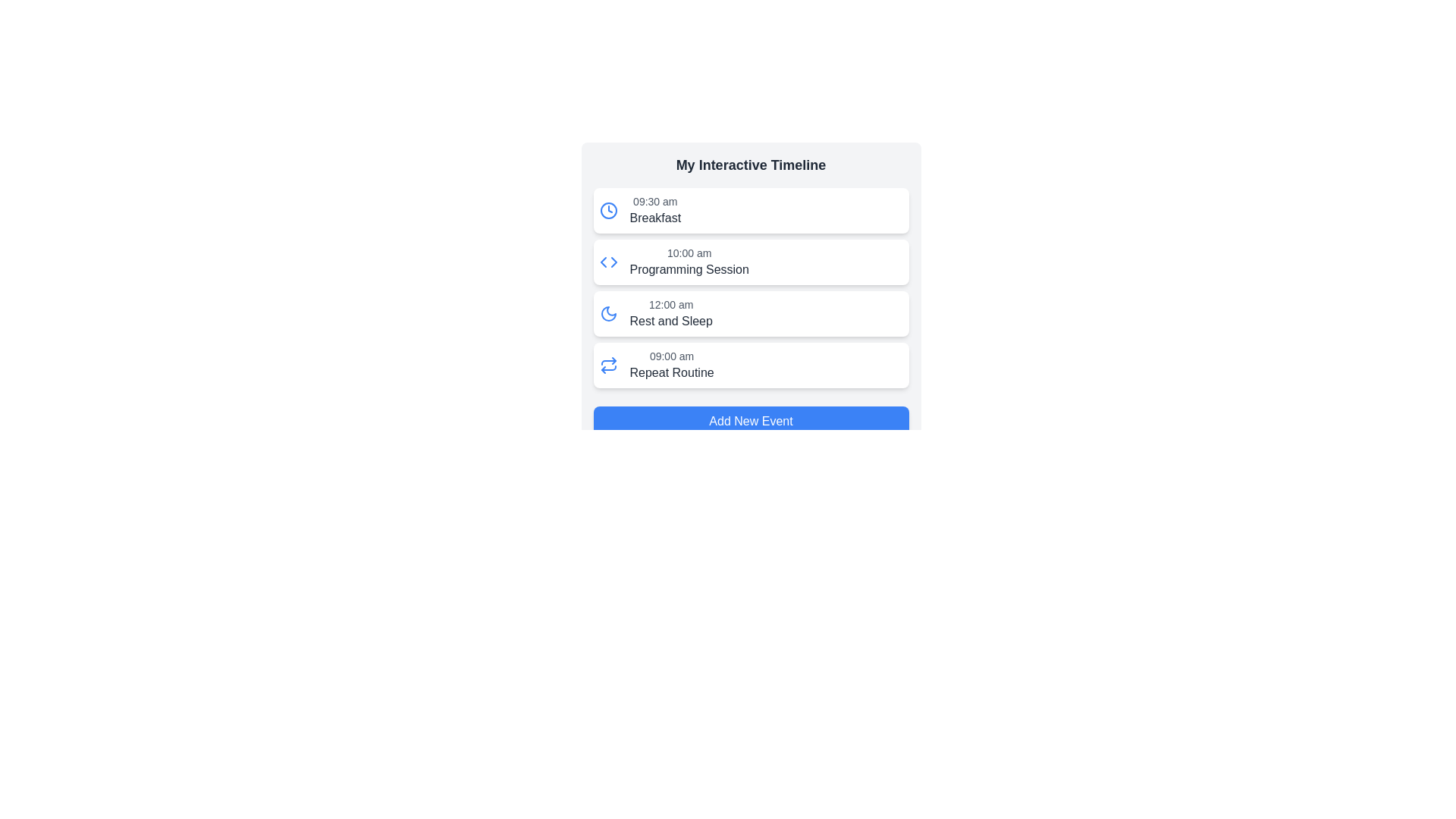 This screenshot has width=1456, height=819. I want to click on the 'Rest and Sleep' timeline item, which displays '12:00 am', so click(751, 295).